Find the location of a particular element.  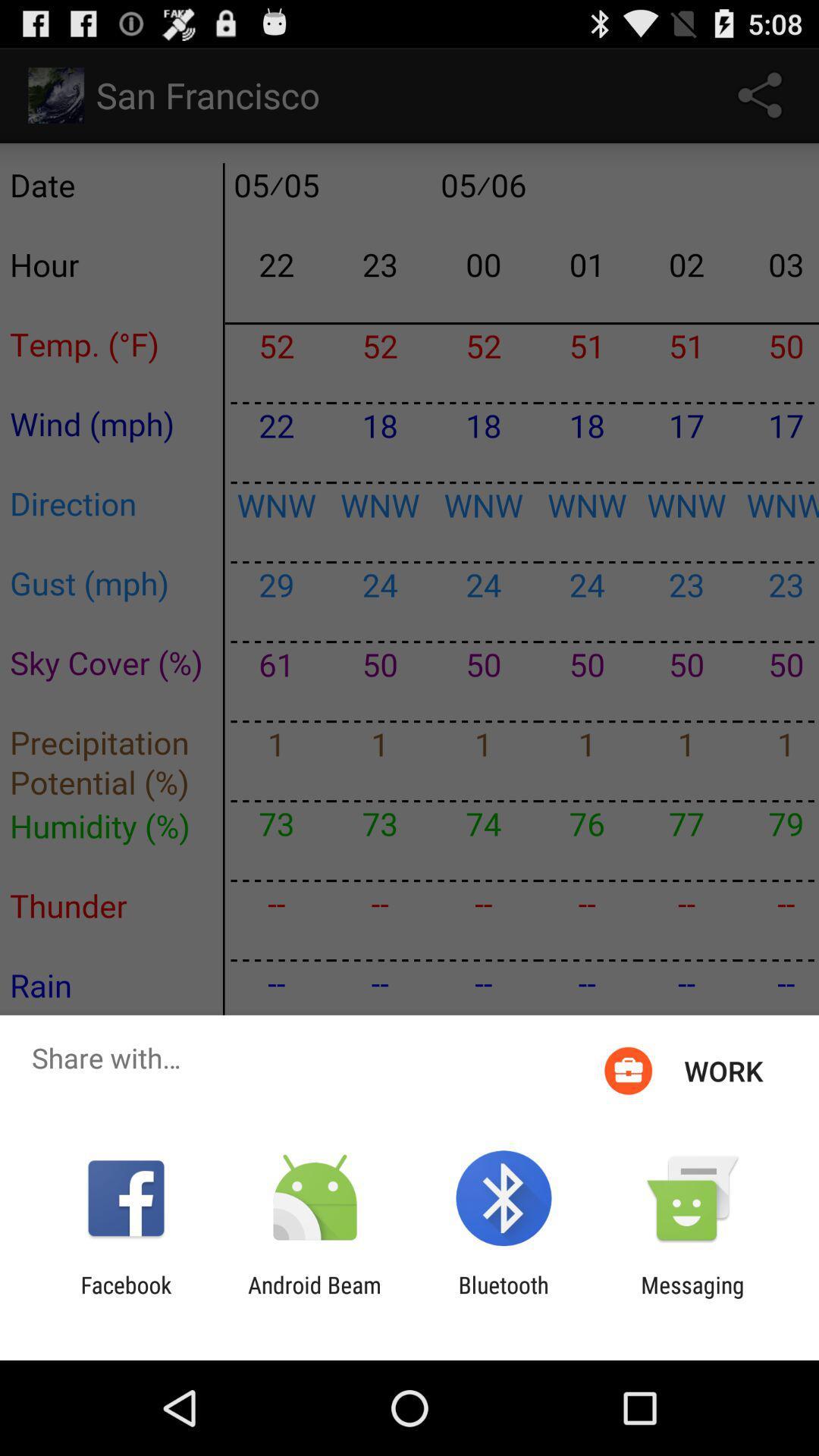

facebook item is located at coordinates (125, 1298).